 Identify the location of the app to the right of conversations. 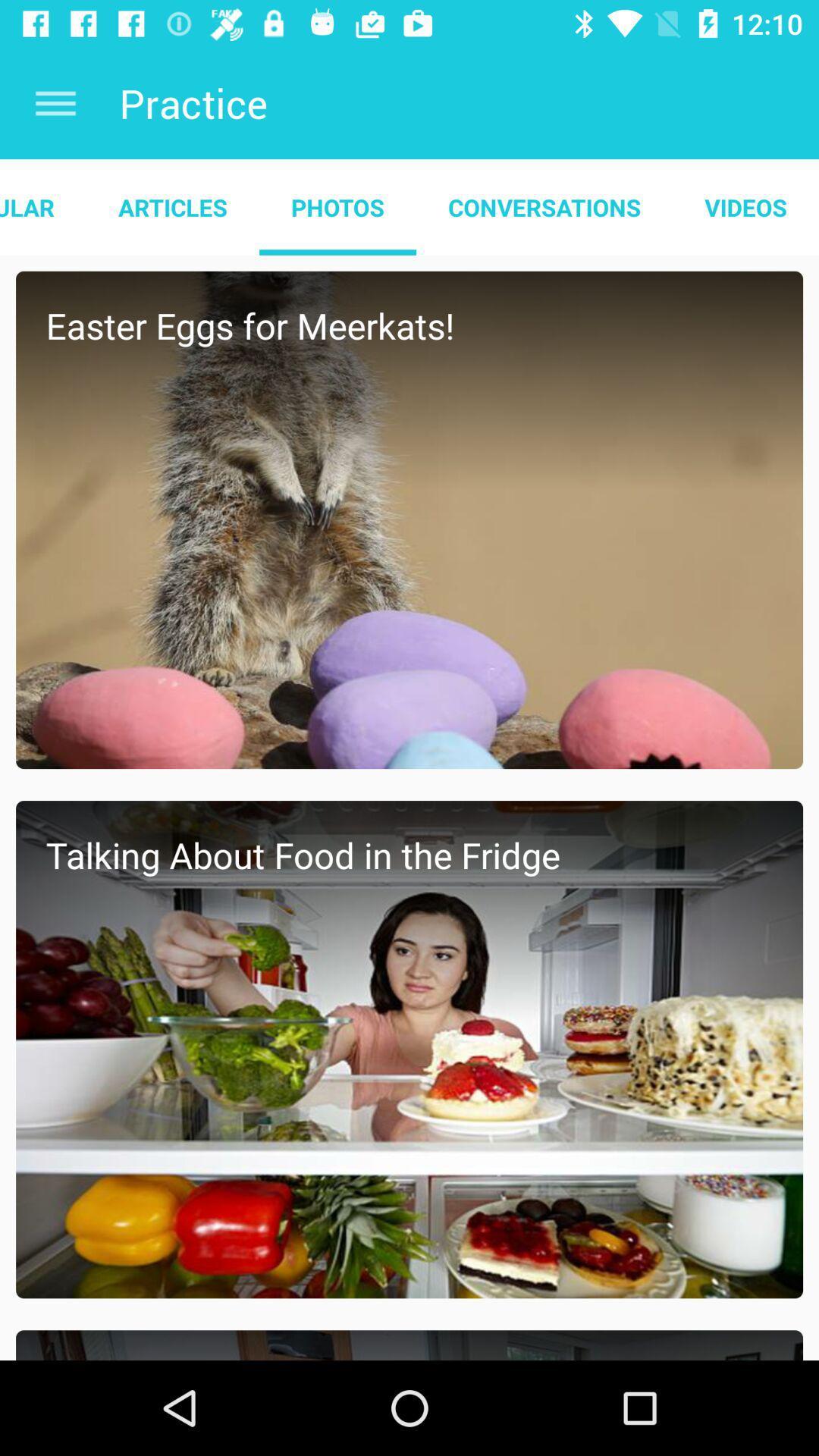
(745, 206).